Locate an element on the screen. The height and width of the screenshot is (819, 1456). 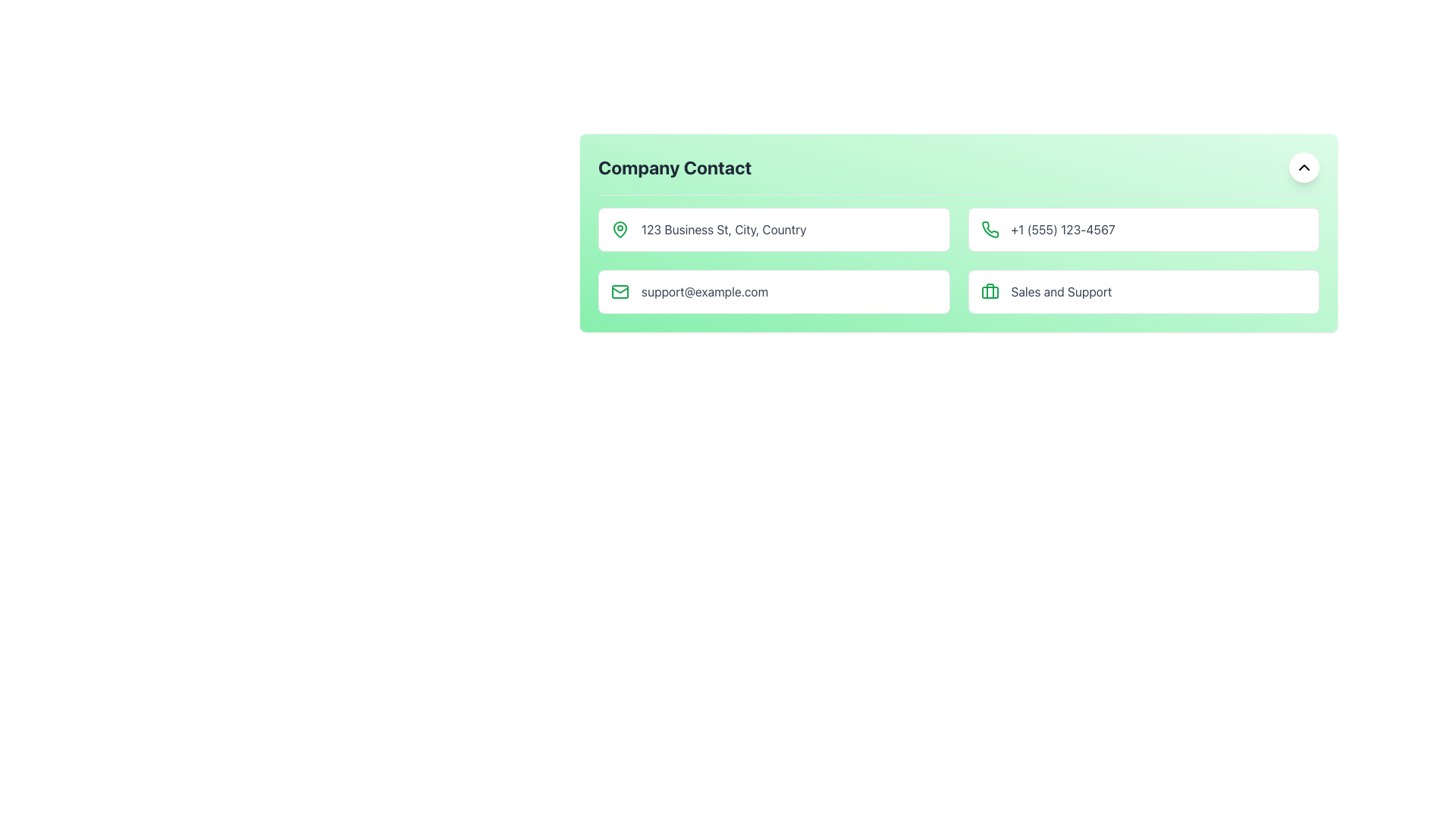
the phone contact icon located in the third row of the contact information section, to the left of the phone number text is located at coordinates (990, 229).